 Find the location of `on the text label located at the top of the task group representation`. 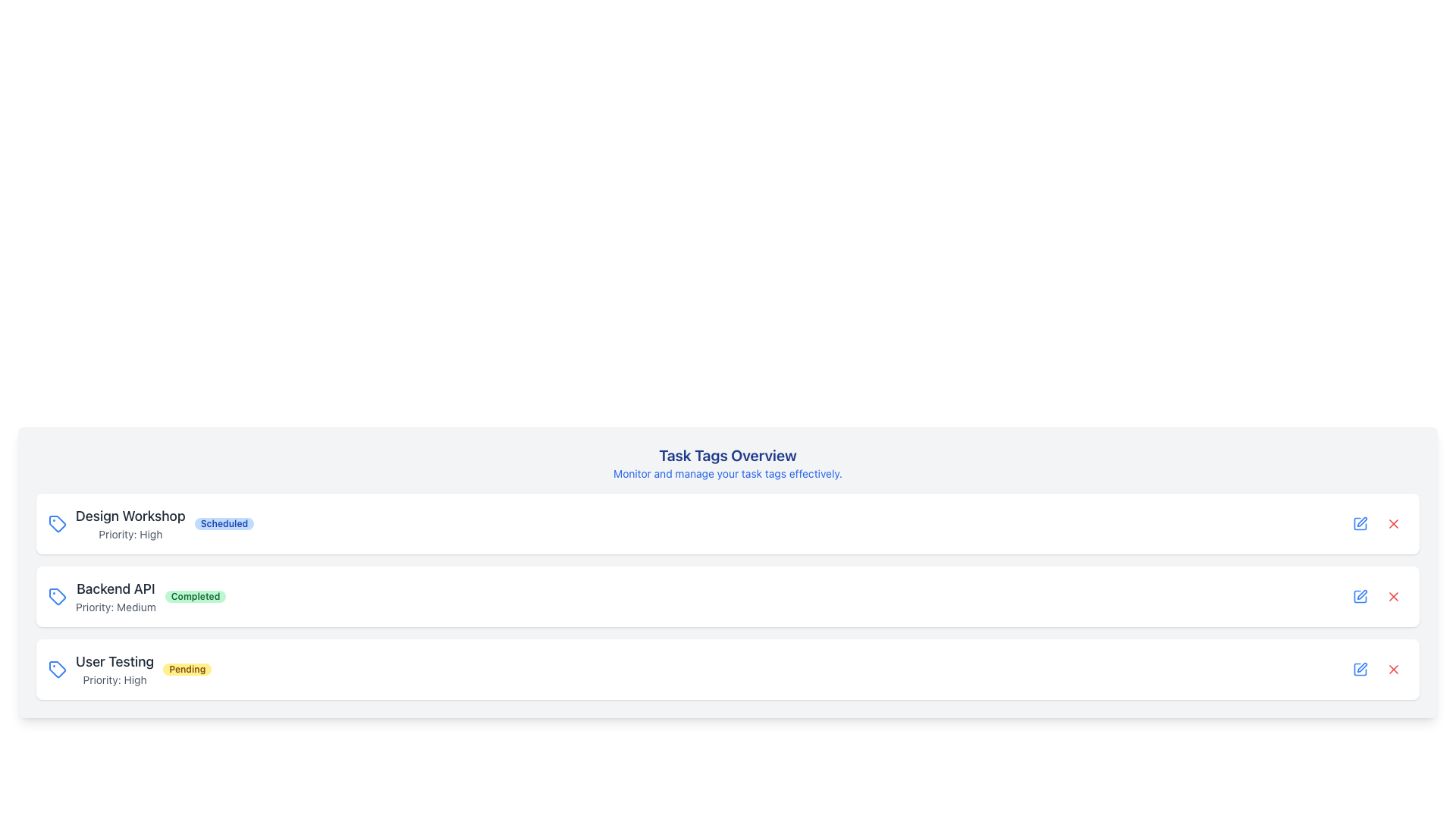

on the text label located at the top of the task group representation is located at coordinates (130, 516).